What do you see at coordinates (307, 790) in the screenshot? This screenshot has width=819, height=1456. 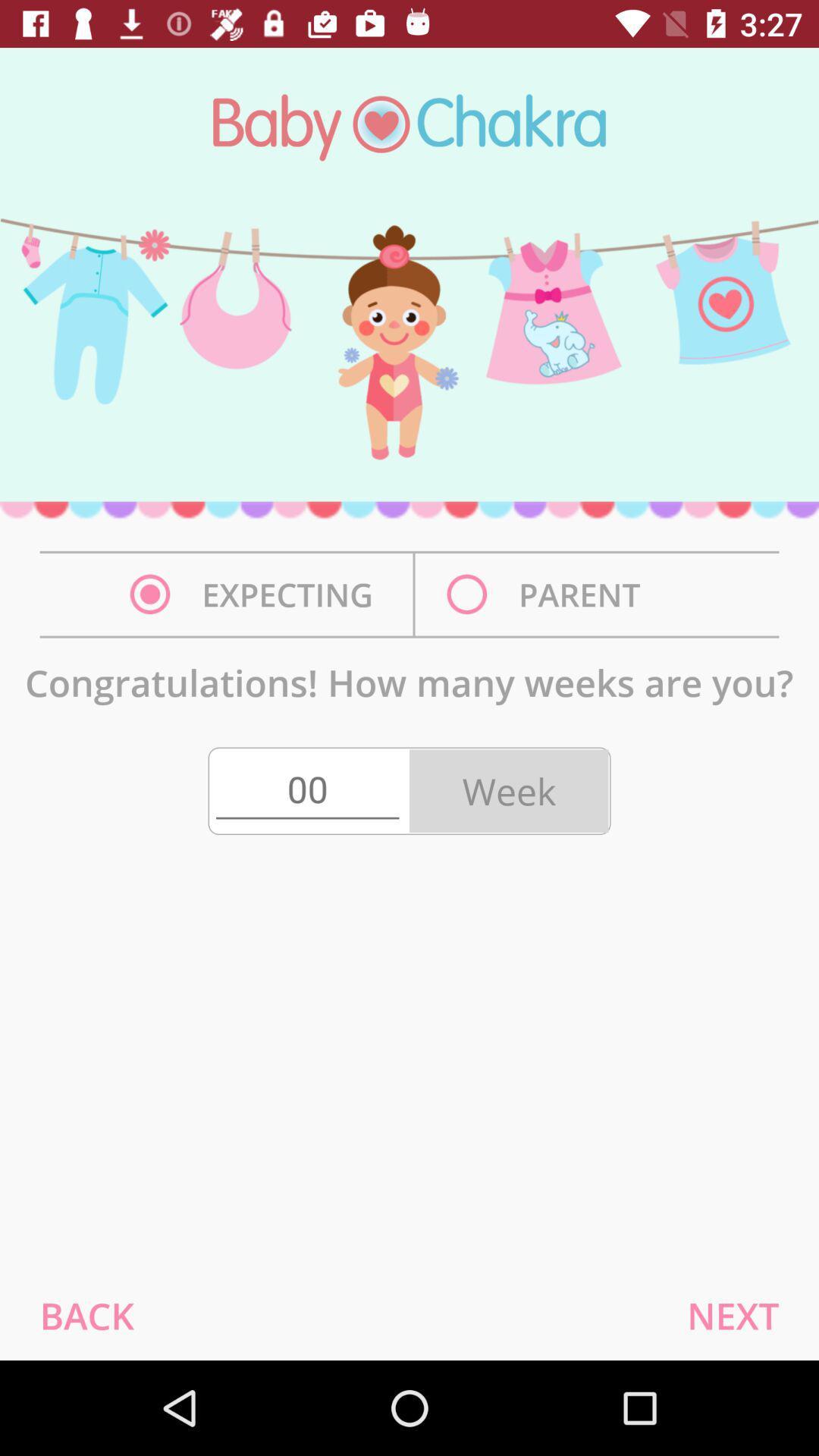 I see `item to the left of week icon` at bounding box center [307, 790].